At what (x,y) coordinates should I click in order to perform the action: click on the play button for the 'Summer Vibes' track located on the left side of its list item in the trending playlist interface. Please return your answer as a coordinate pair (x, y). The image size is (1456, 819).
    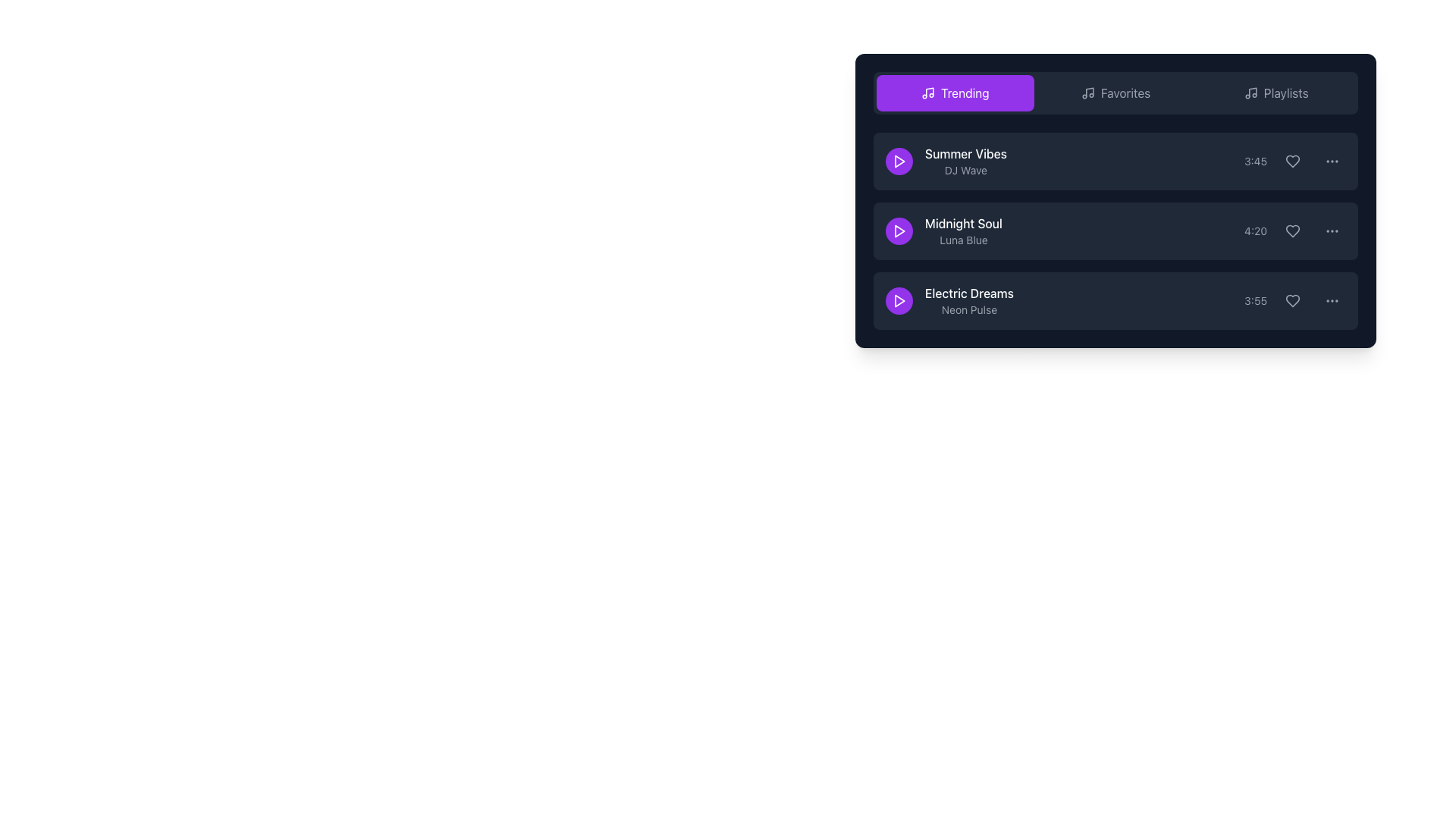
    Looking at the image, I should click on (899, 161).